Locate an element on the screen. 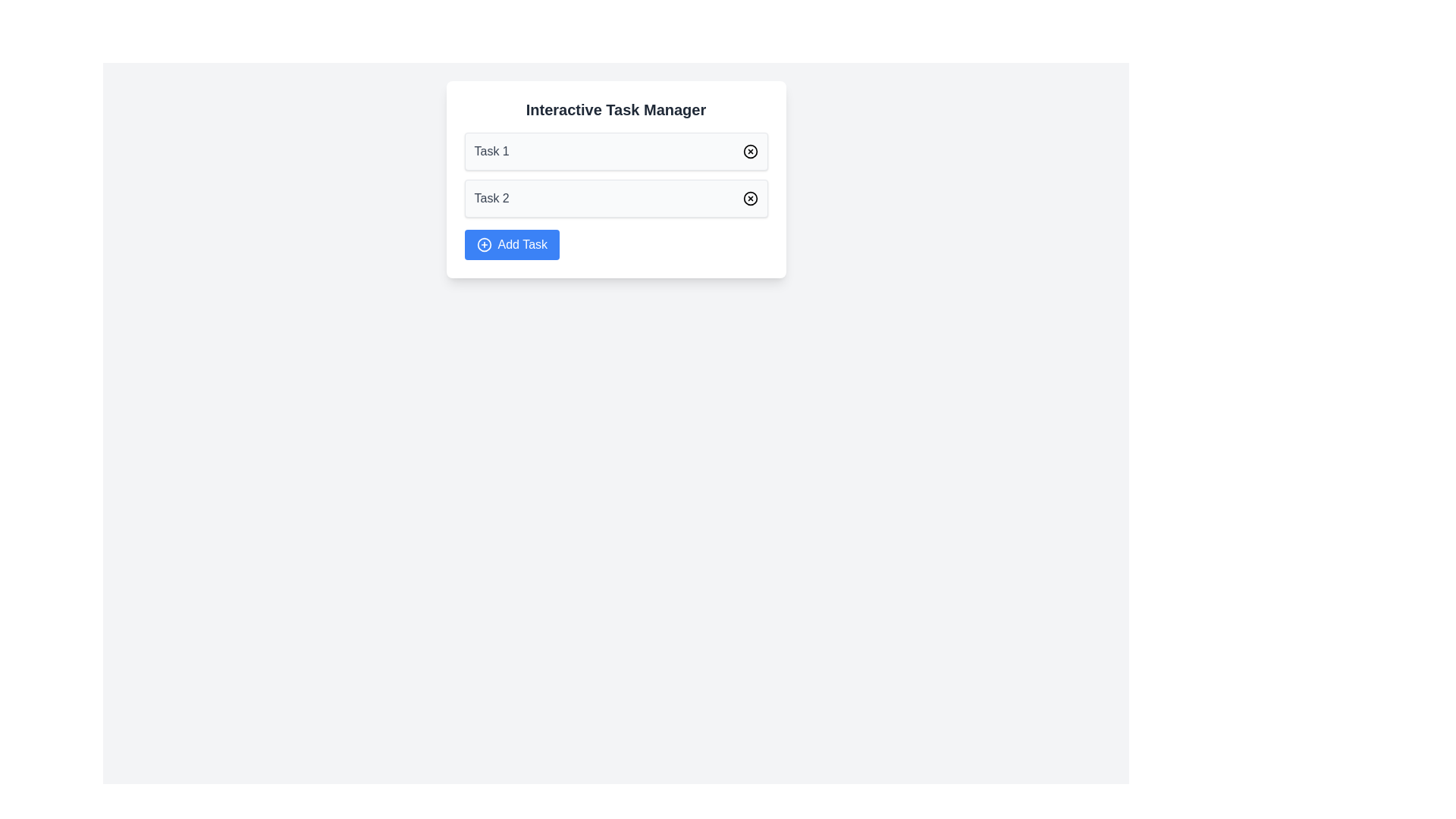  the circular outline graphic that is part of the 'Add Task' button, located below the list of tasks in the dialog box is located at coordinates (483, 244).